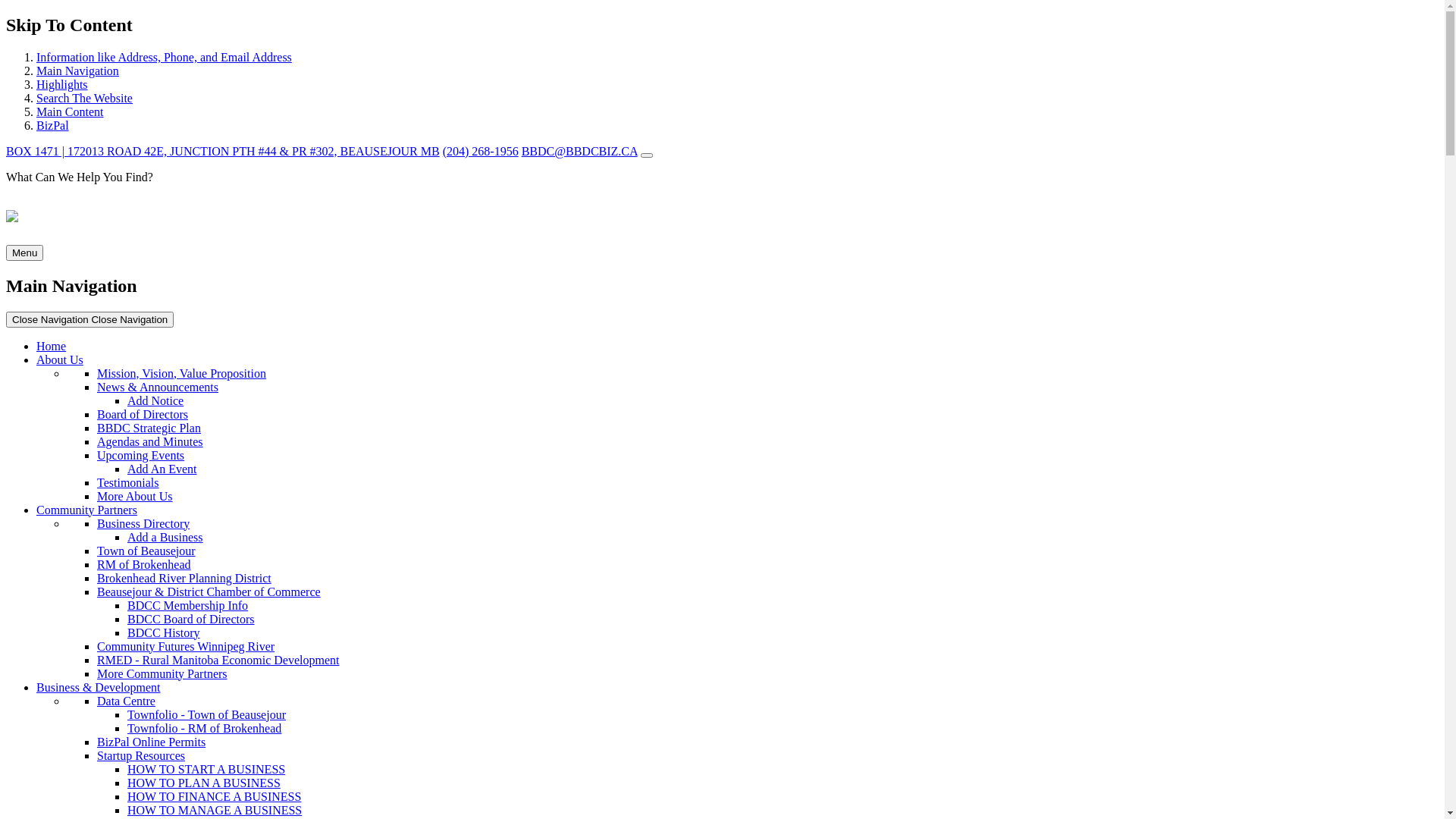  Describe the element at coordinates (190, 619) in the screenshot. I see `'BDCC Board of Directors'` at that location.